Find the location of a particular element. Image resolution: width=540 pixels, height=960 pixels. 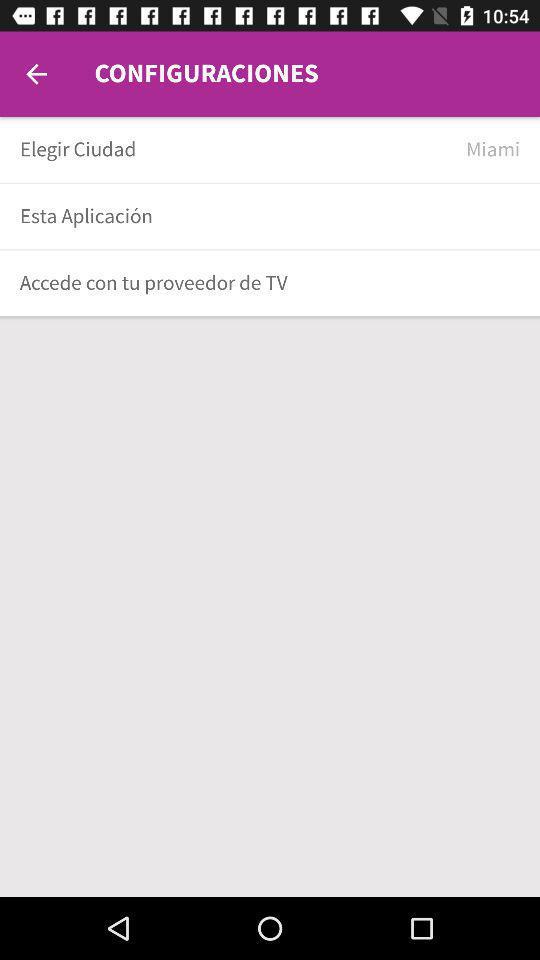

go back is located at coordinates (36, 74).